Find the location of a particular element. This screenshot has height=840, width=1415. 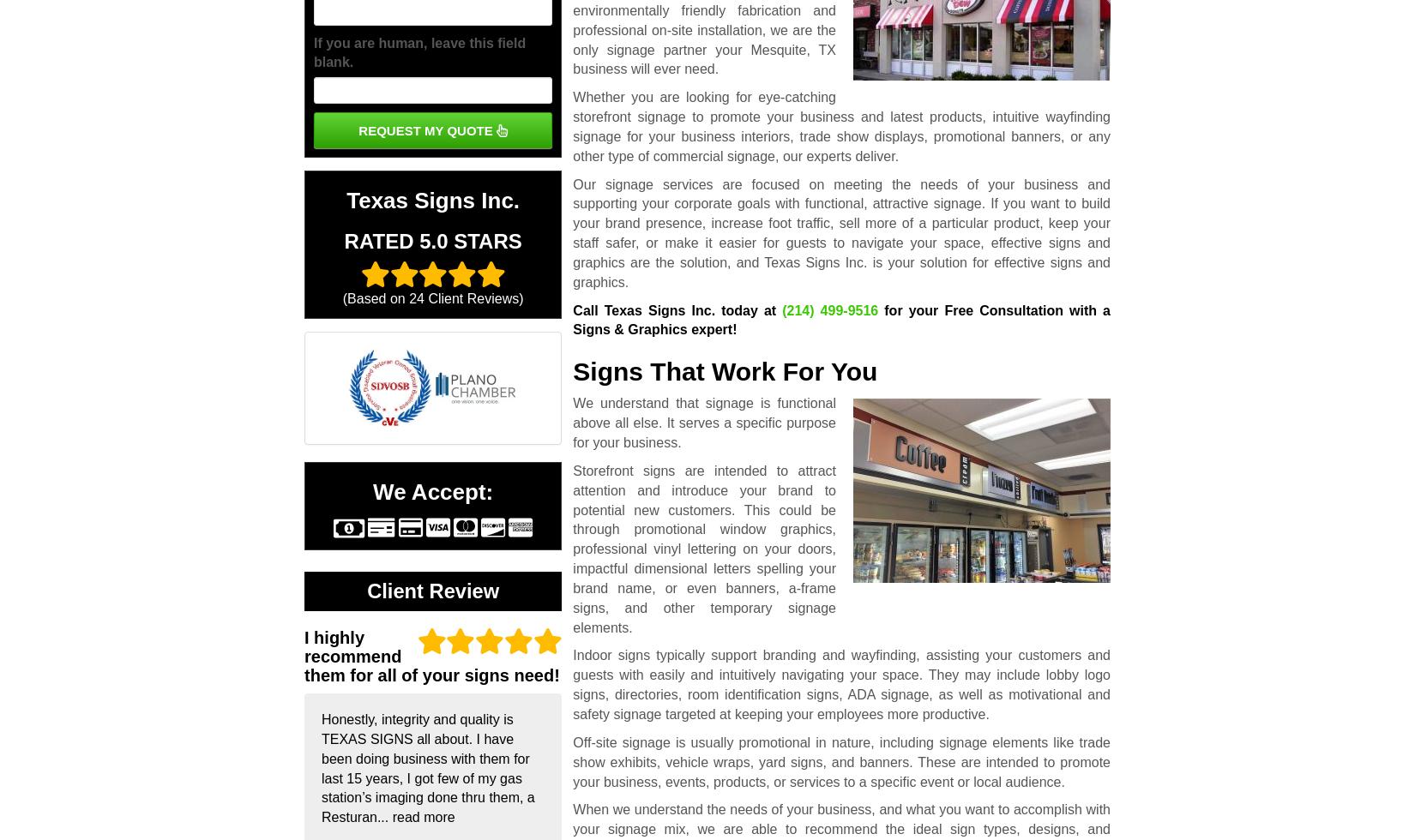

'for your Free Consultation with a Signs & Graphics expert!' is located at coordinates (571, 319).